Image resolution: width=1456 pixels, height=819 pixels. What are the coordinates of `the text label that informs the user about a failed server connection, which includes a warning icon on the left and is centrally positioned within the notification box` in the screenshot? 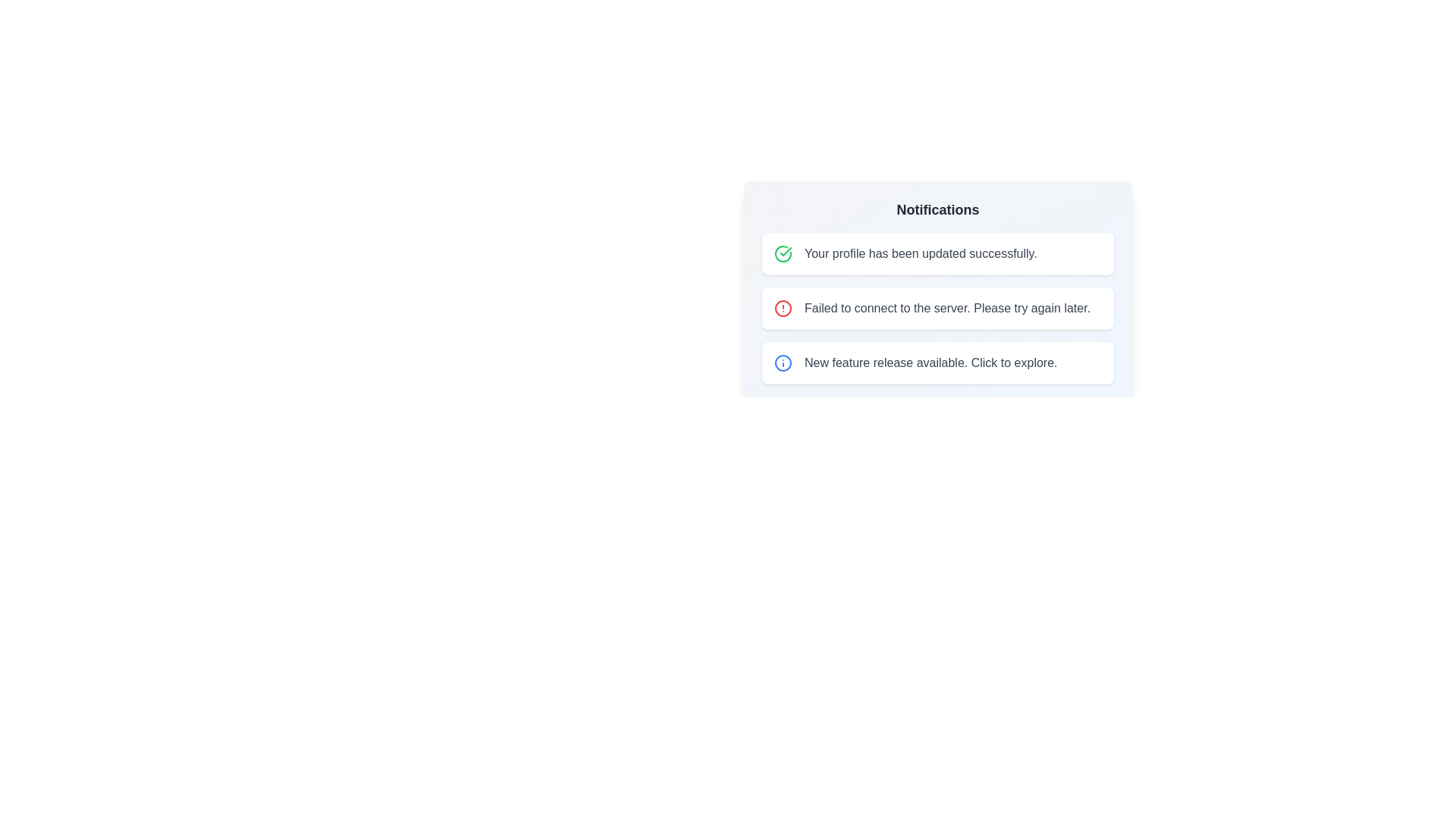 It's located at (946, 308).